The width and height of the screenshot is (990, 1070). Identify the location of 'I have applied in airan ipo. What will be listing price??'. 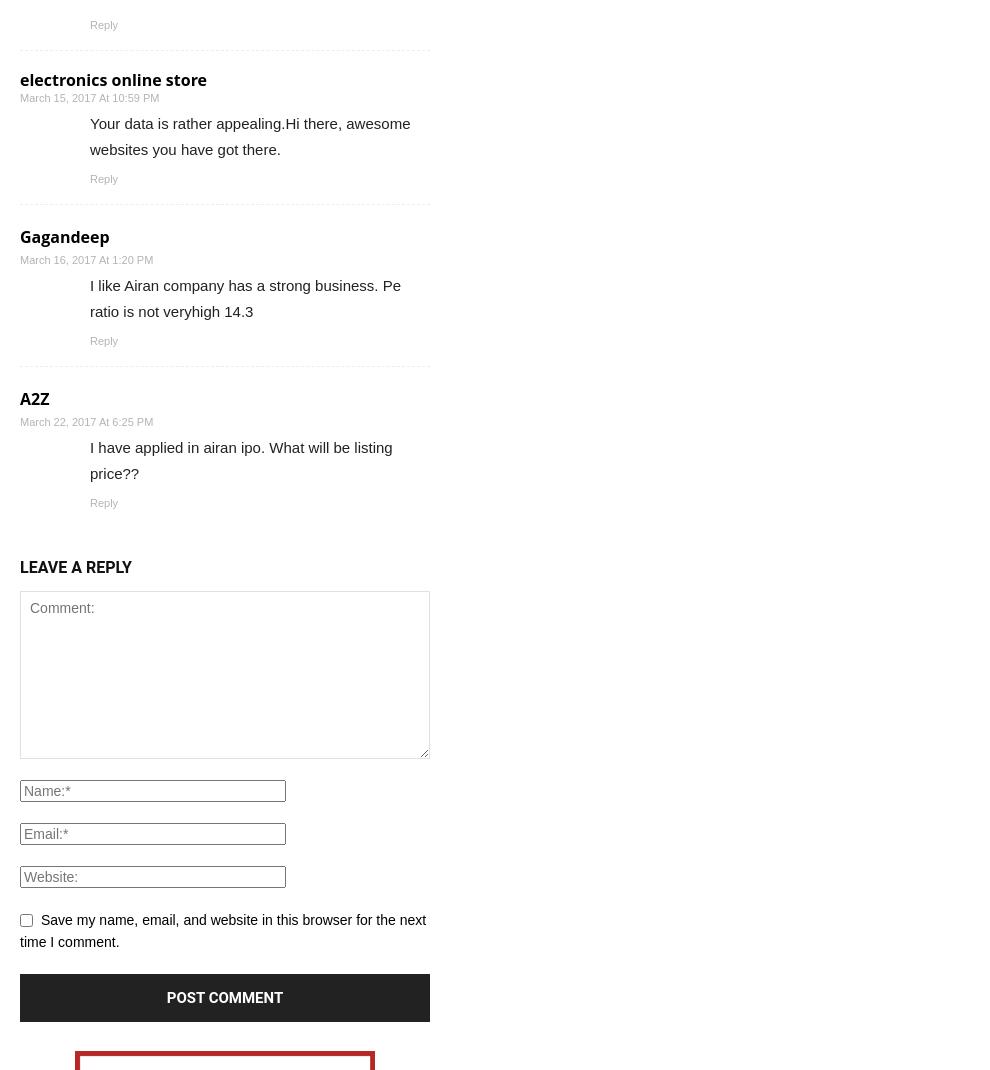
(89, 459).